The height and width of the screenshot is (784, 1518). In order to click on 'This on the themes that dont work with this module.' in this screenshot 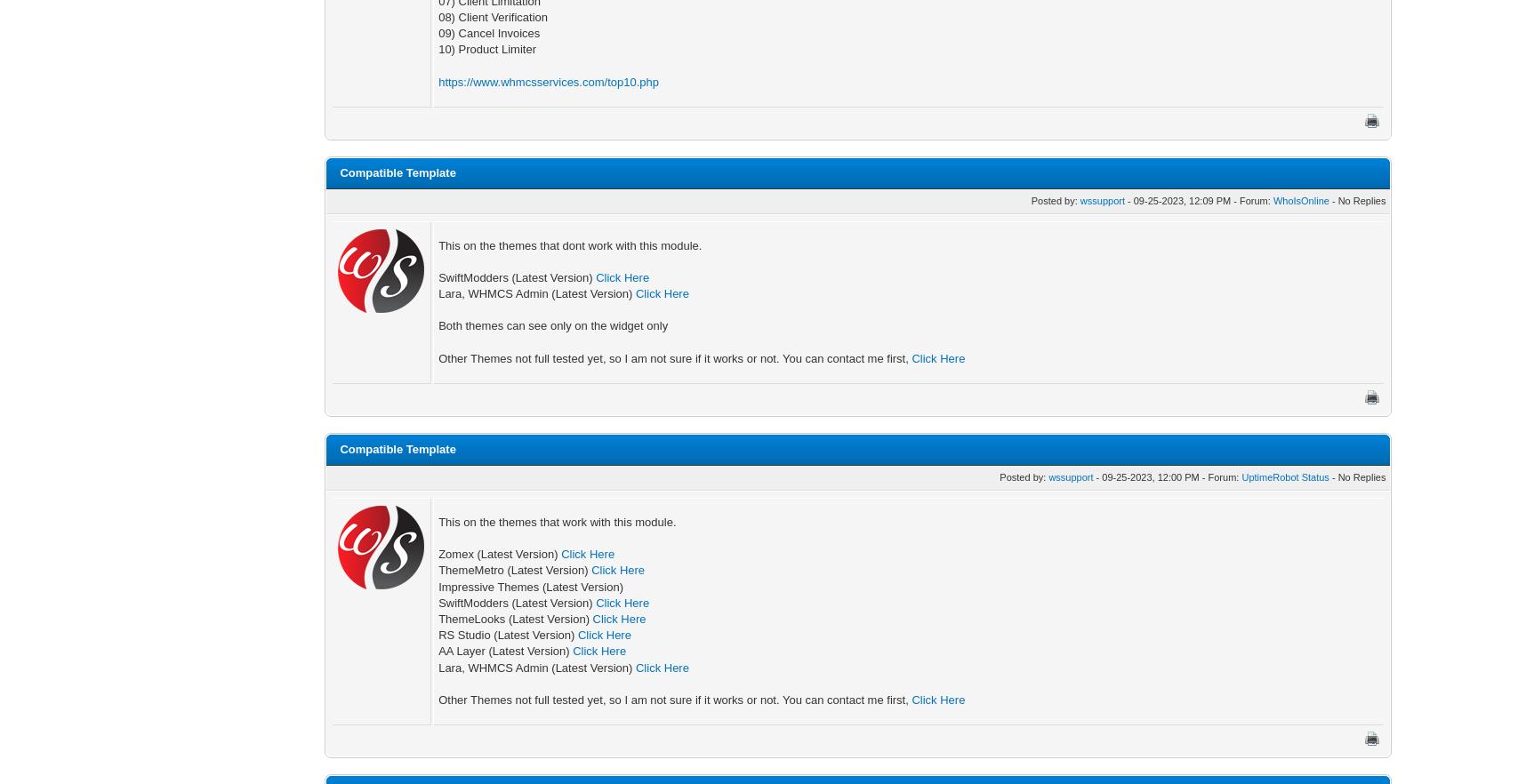, I will do `click(569, 244)`.